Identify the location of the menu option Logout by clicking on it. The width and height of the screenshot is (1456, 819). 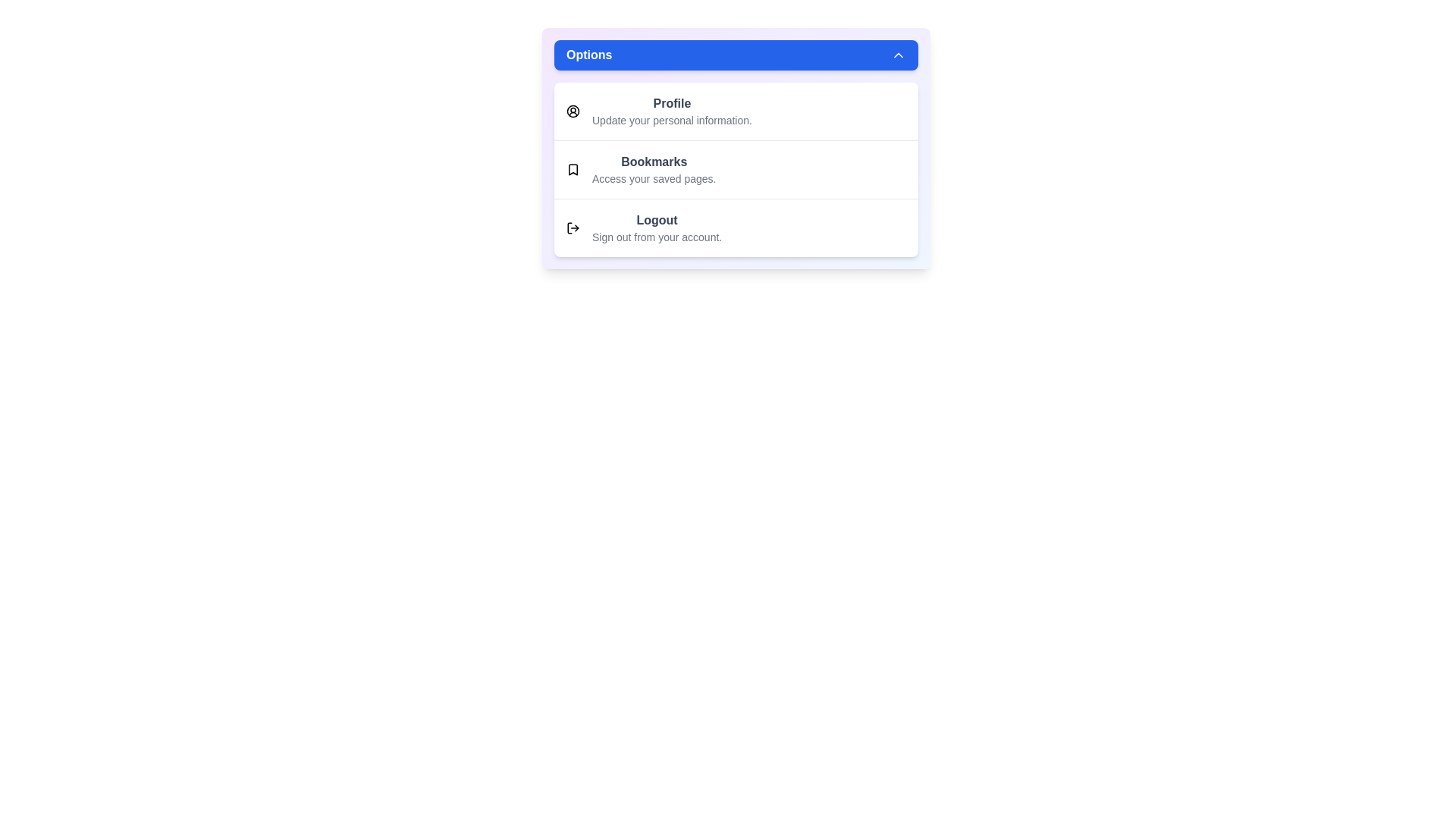
(736, 227).